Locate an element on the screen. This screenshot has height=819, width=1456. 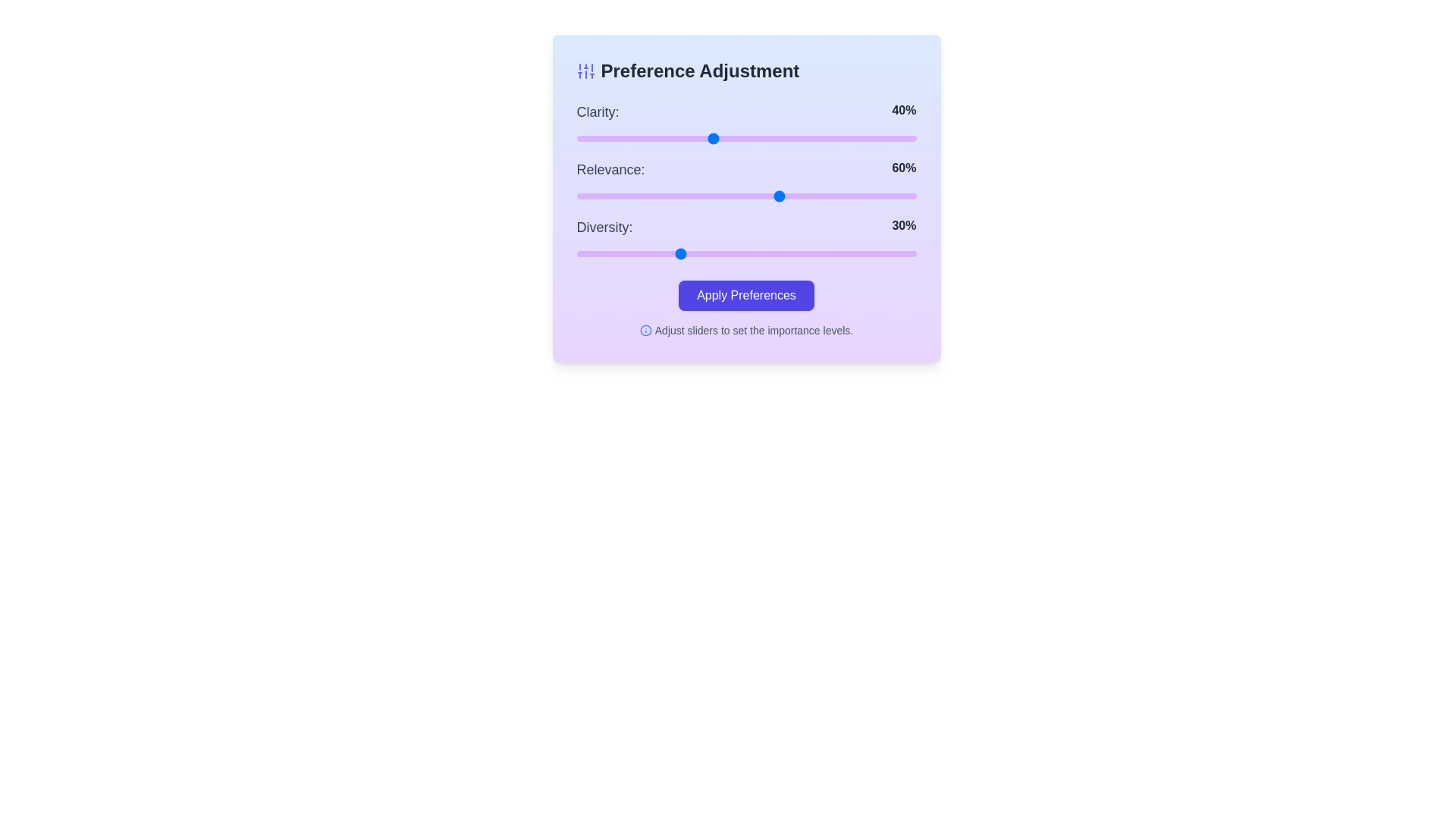
the slider for 1 to 84% is located at coordinates (861, 195).